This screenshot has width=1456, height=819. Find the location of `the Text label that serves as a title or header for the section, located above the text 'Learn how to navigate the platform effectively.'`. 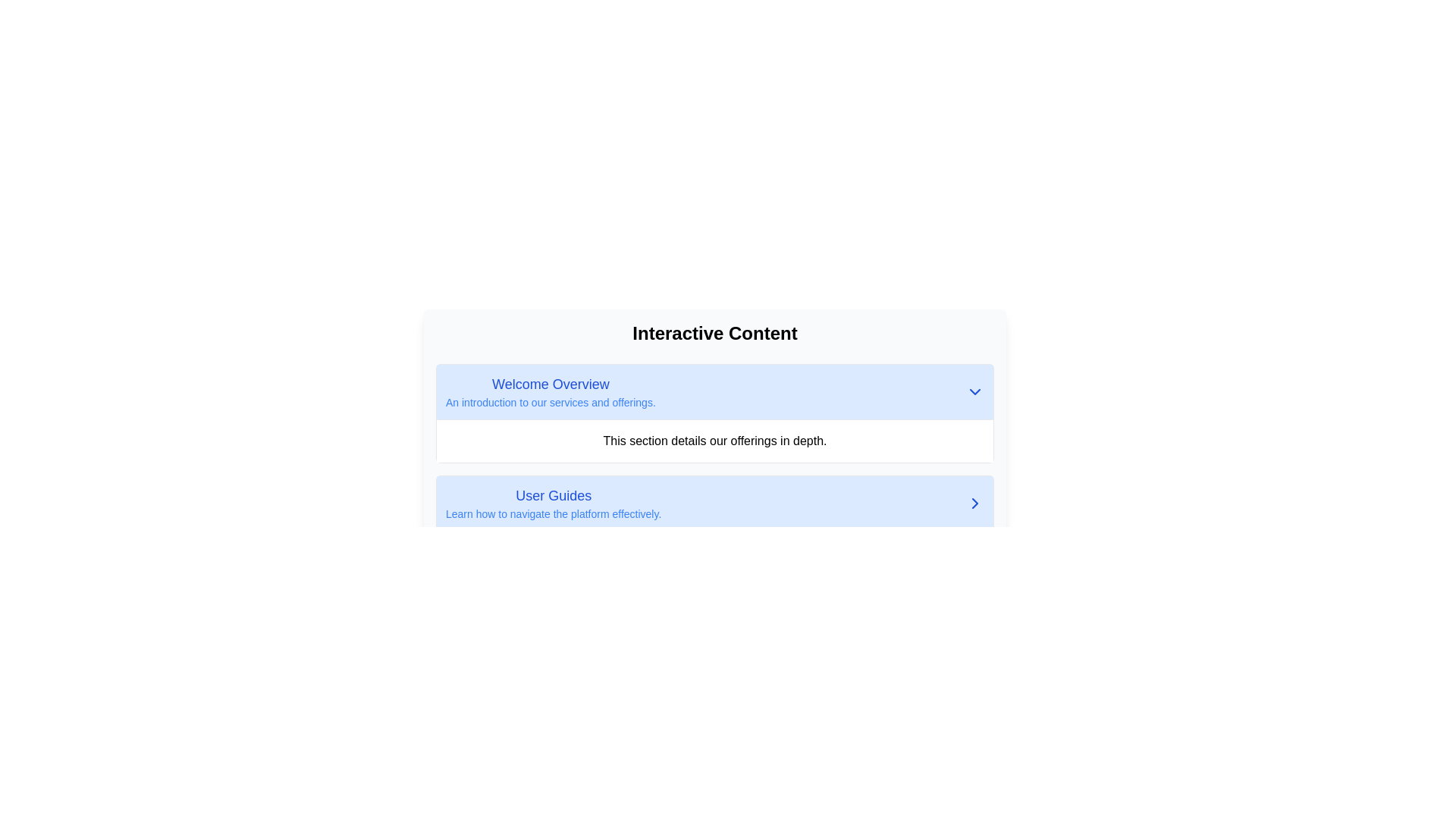

the Text label that serves as a title or header for the section, located above the text 'Learn how to navigate the platform effectively.' is located at coordinates (553, 496).